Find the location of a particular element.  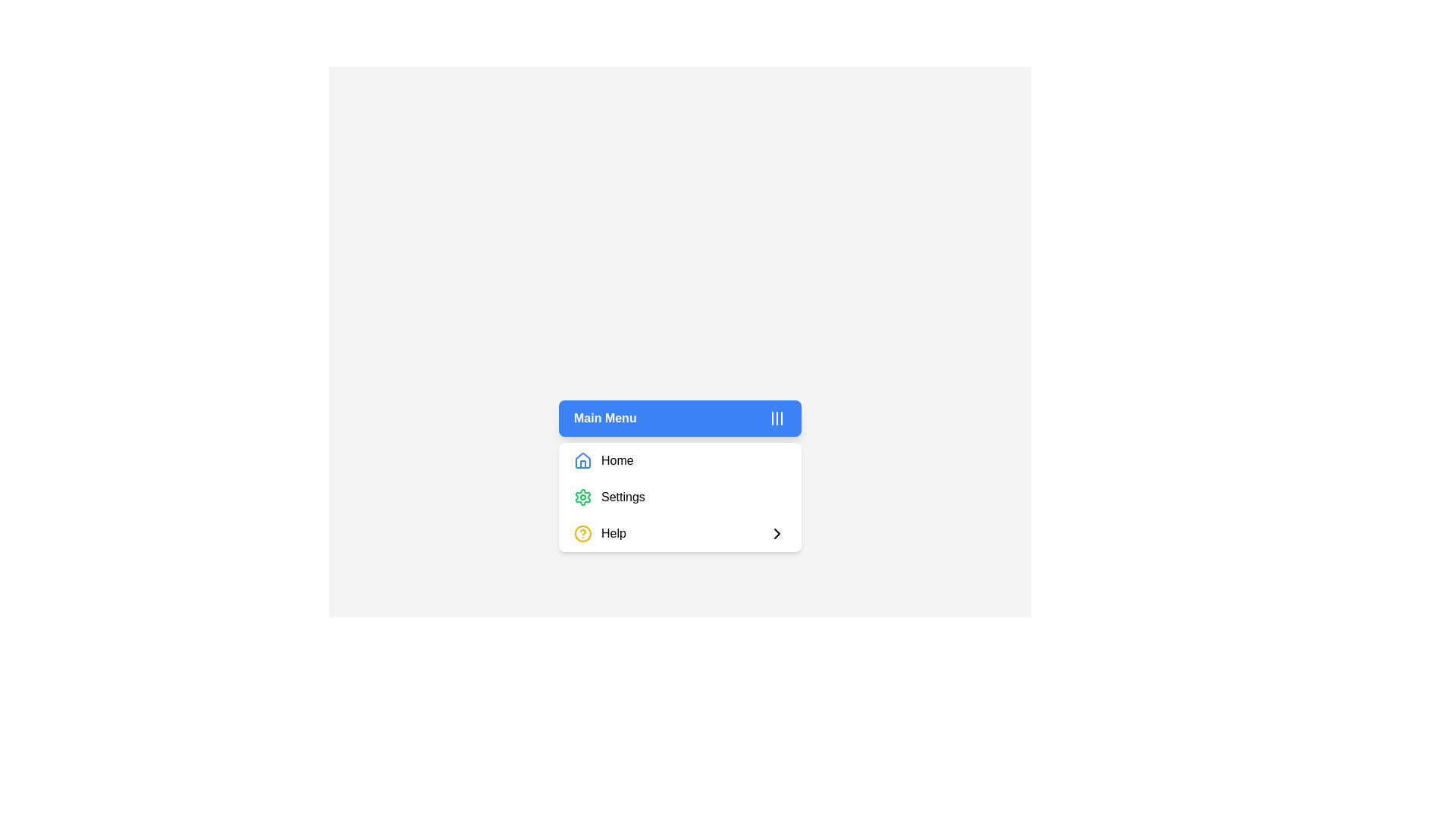

the toggle button located at the top of the drop menu structure to focus on it is located at coordinates (679, 418).